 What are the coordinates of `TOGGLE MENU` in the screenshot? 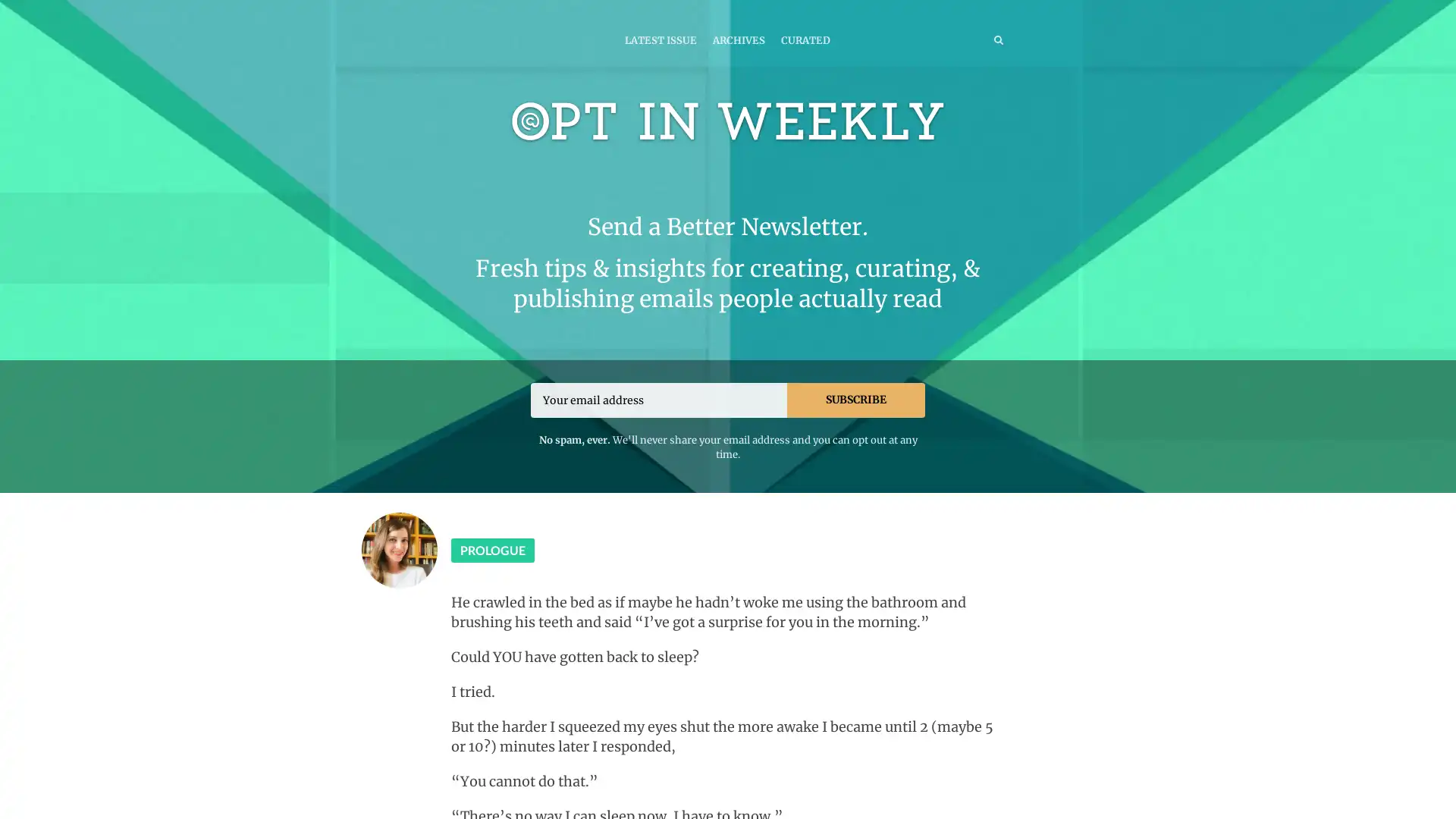 It's located at (453, 11).